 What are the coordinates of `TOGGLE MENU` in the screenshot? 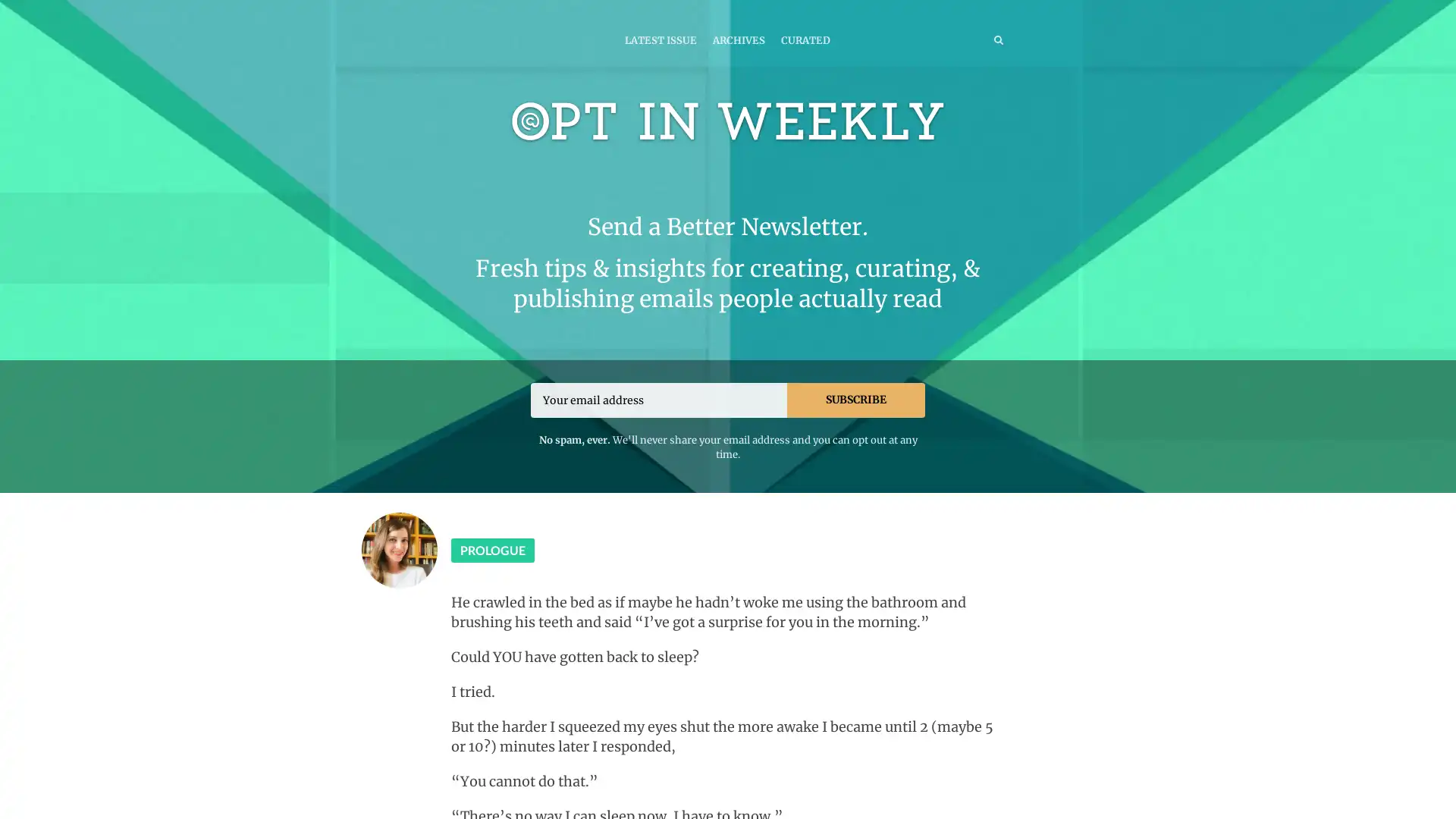 It's located at (453, 11).